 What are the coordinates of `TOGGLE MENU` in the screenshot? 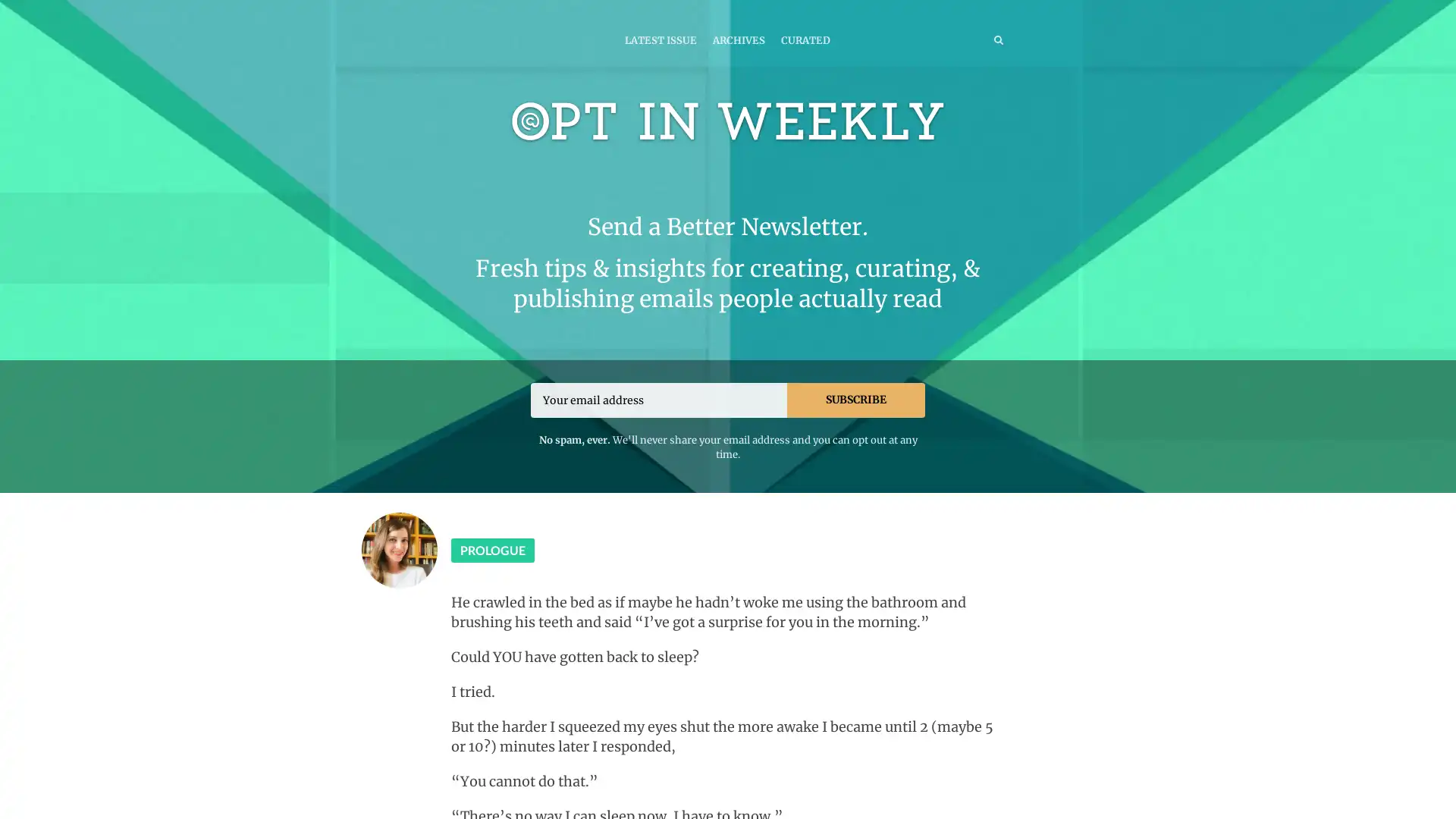 It's located at (453, 11).